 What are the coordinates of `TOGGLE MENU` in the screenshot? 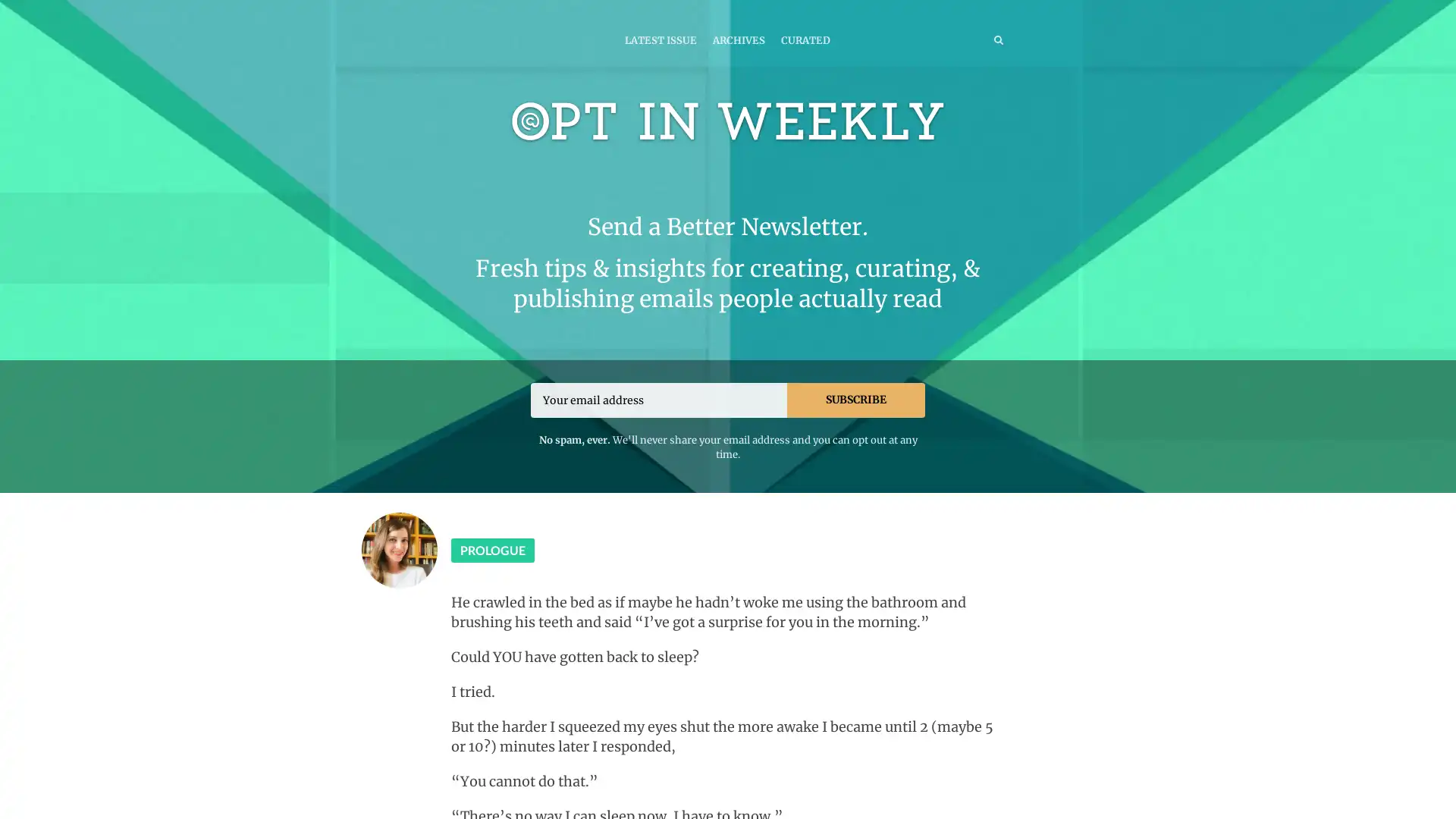 It's located at (453, 11).